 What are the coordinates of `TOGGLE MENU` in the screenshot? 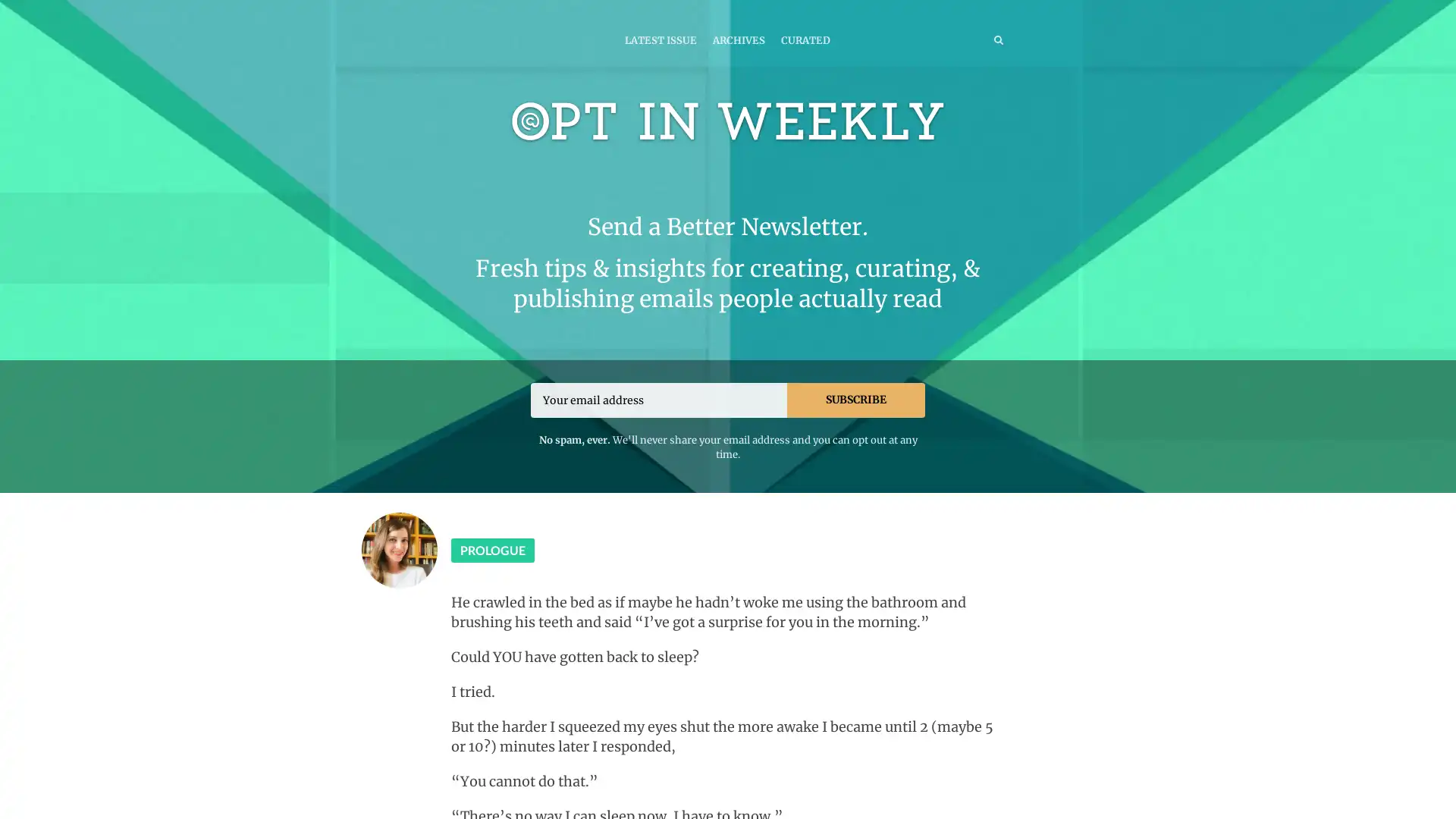 It's located at (453, 11).